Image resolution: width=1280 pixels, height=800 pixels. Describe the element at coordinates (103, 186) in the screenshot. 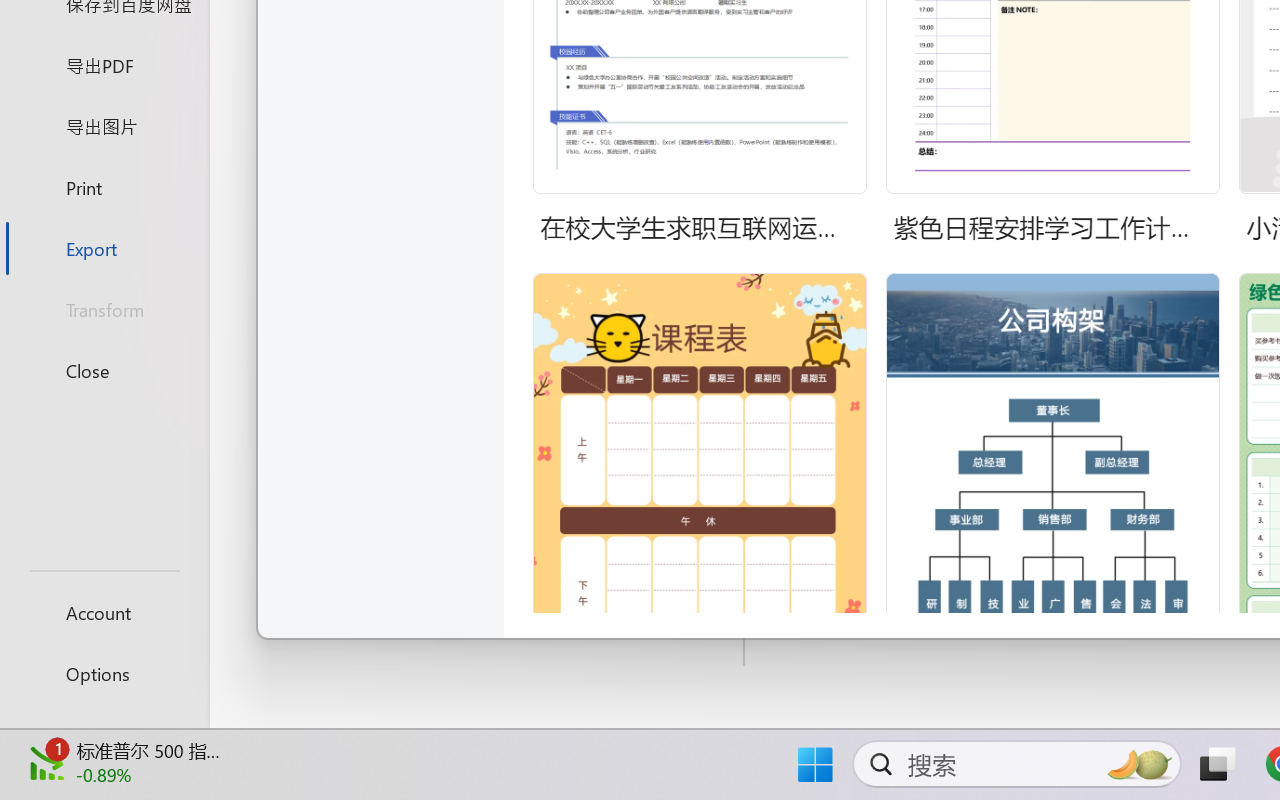

I see `'Print'` at that location.